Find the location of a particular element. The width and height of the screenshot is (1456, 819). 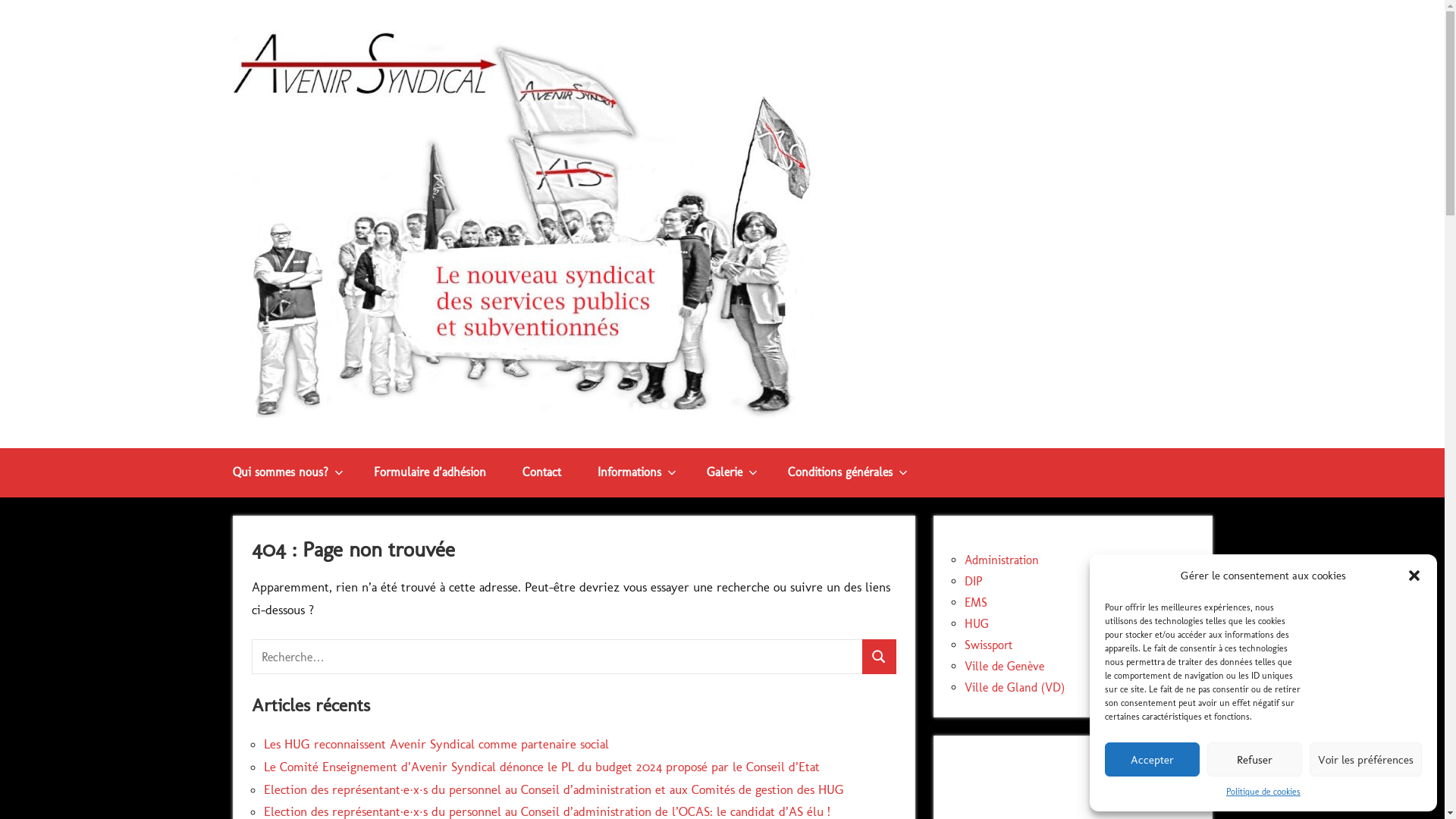

'Administration' is located at coordinates (1001, 560).